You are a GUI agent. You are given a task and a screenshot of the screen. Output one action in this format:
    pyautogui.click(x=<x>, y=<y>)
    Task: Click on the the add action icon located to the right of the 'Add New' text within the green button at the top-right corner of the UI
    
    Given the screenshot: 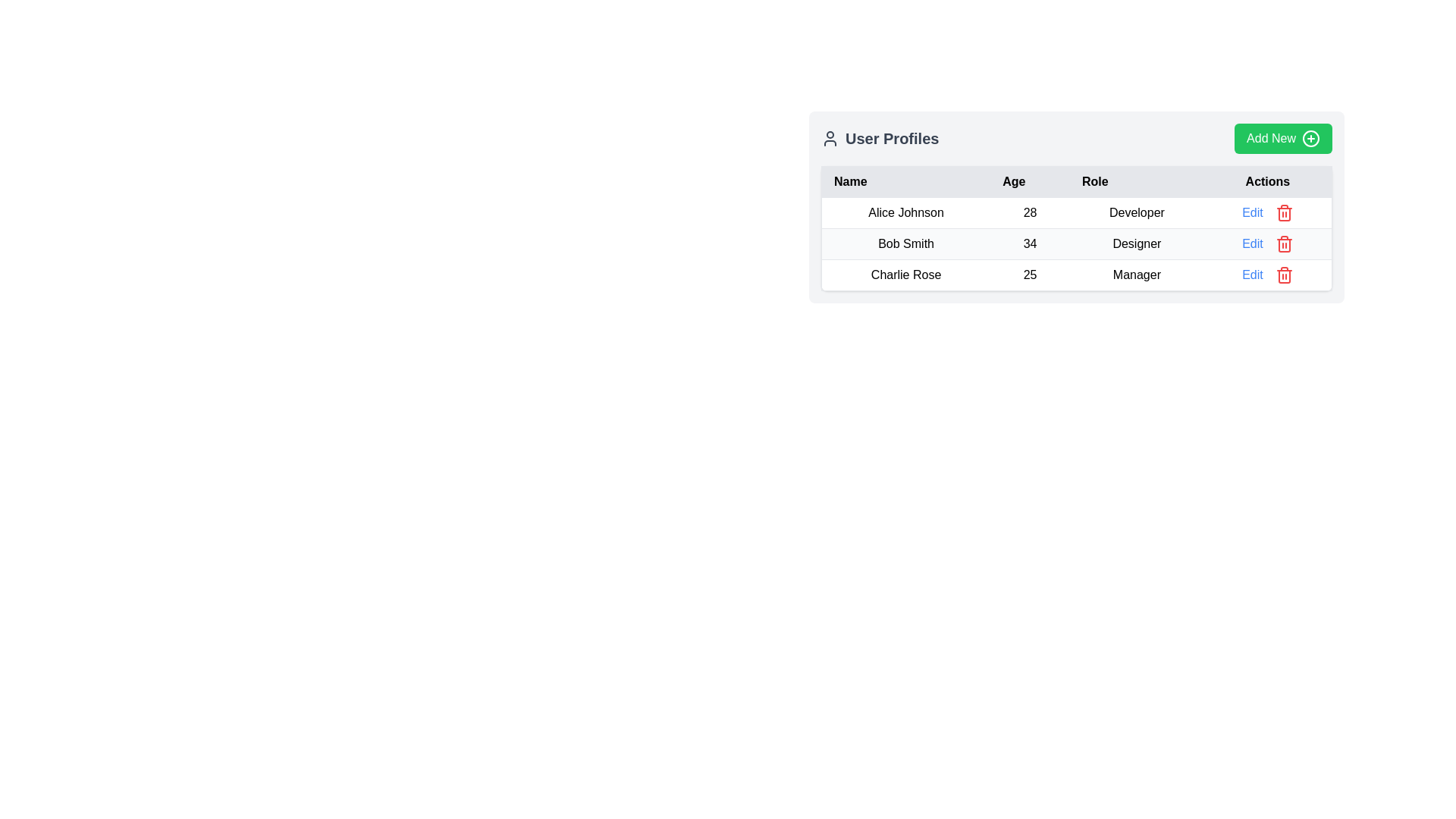 What is the action you would take?
    pyautogui.click(x=1310, y=138)
    